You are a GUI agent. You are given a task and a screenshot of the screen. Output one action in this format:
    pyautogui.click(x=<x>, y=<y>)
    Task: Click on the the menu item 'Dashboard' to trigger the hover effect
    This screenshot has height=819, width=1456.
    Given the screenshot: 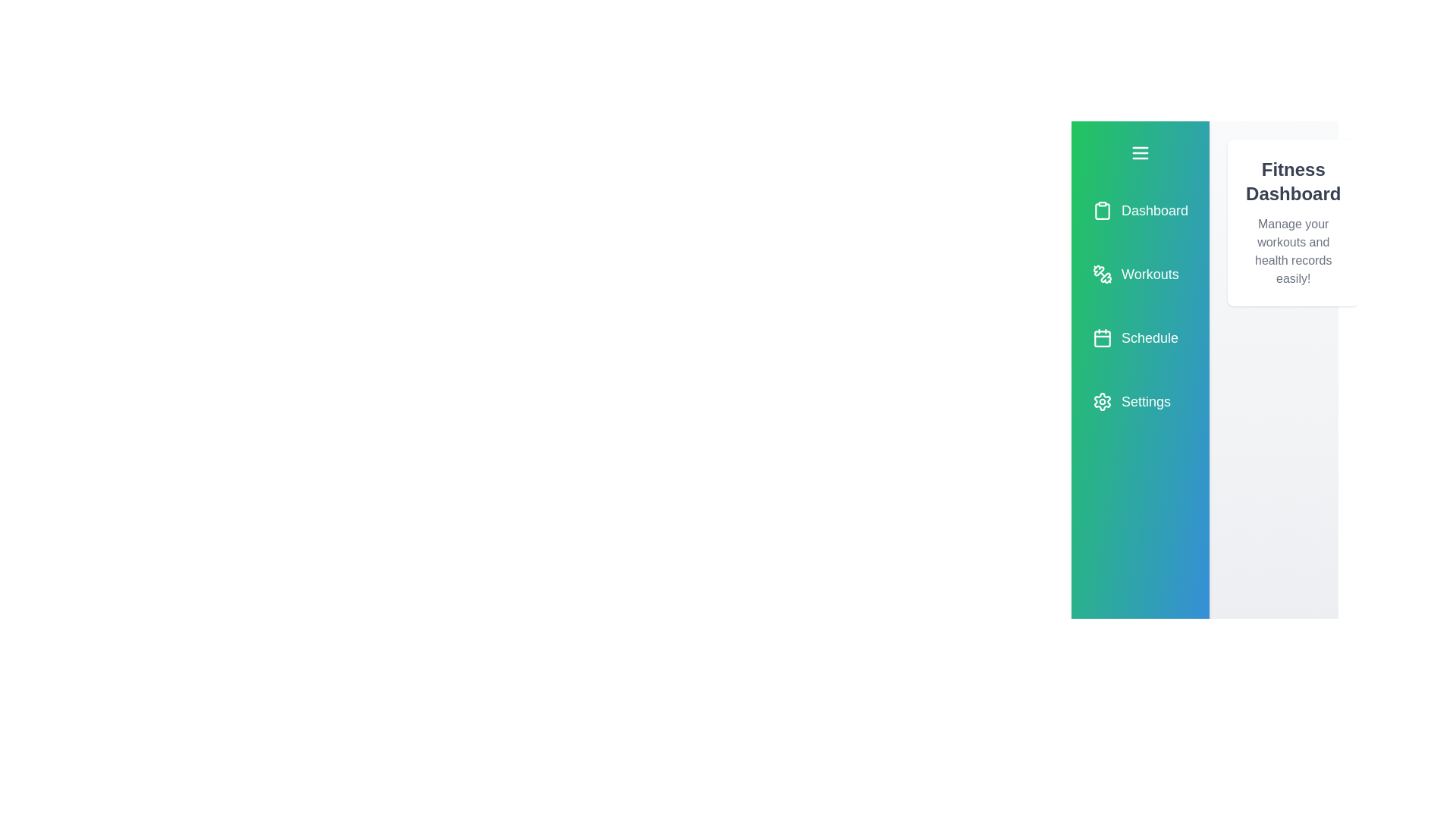 What is the action you would take?
    pyautogui.click(x=1140, y=210)
    